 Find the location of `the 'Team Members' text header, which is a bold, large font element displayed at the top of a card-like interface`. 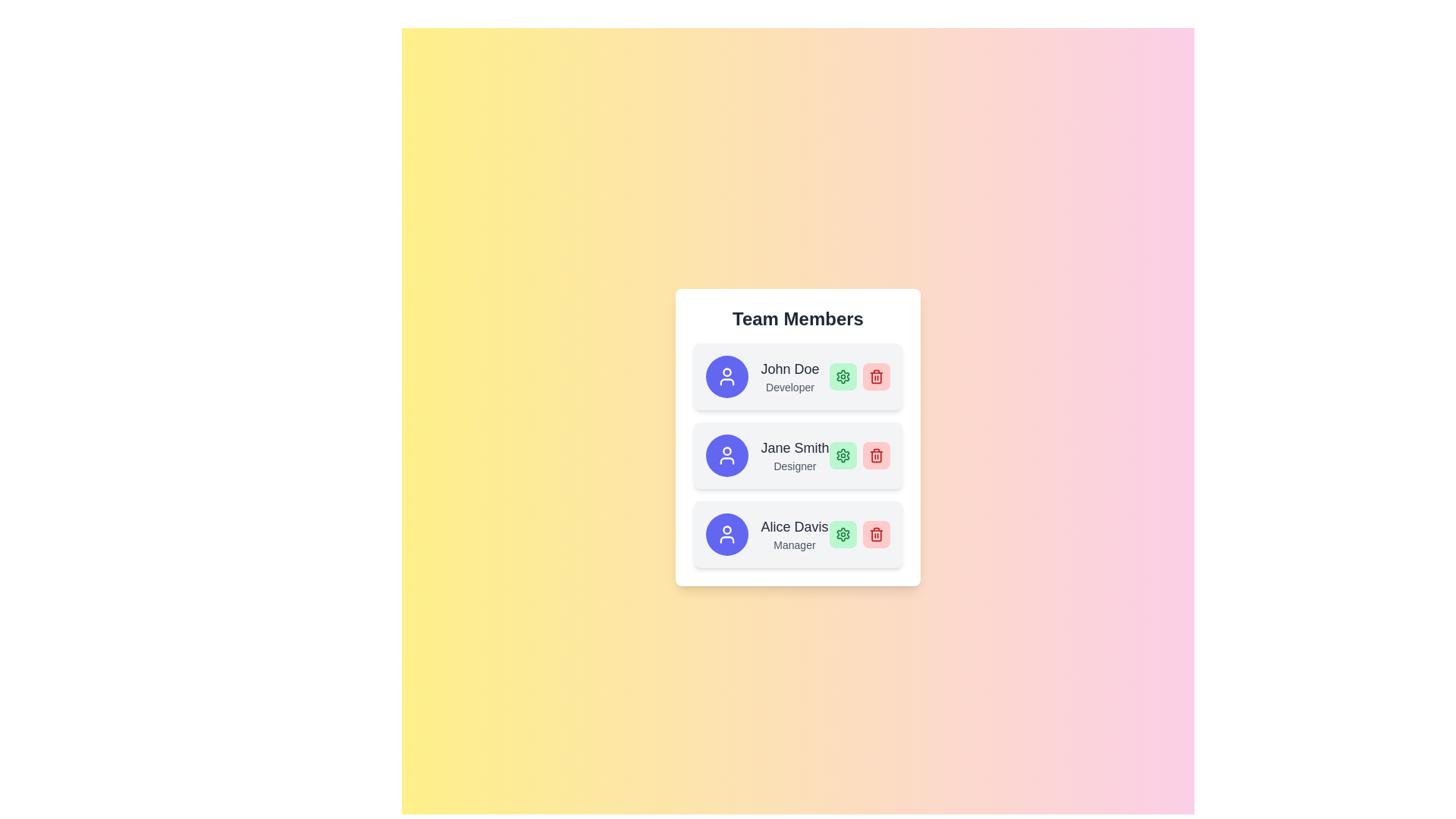

the 'Team Members' text header, which is a bold, large font element displayed at the top of a card-like interface is located at coordinates (797, 318).